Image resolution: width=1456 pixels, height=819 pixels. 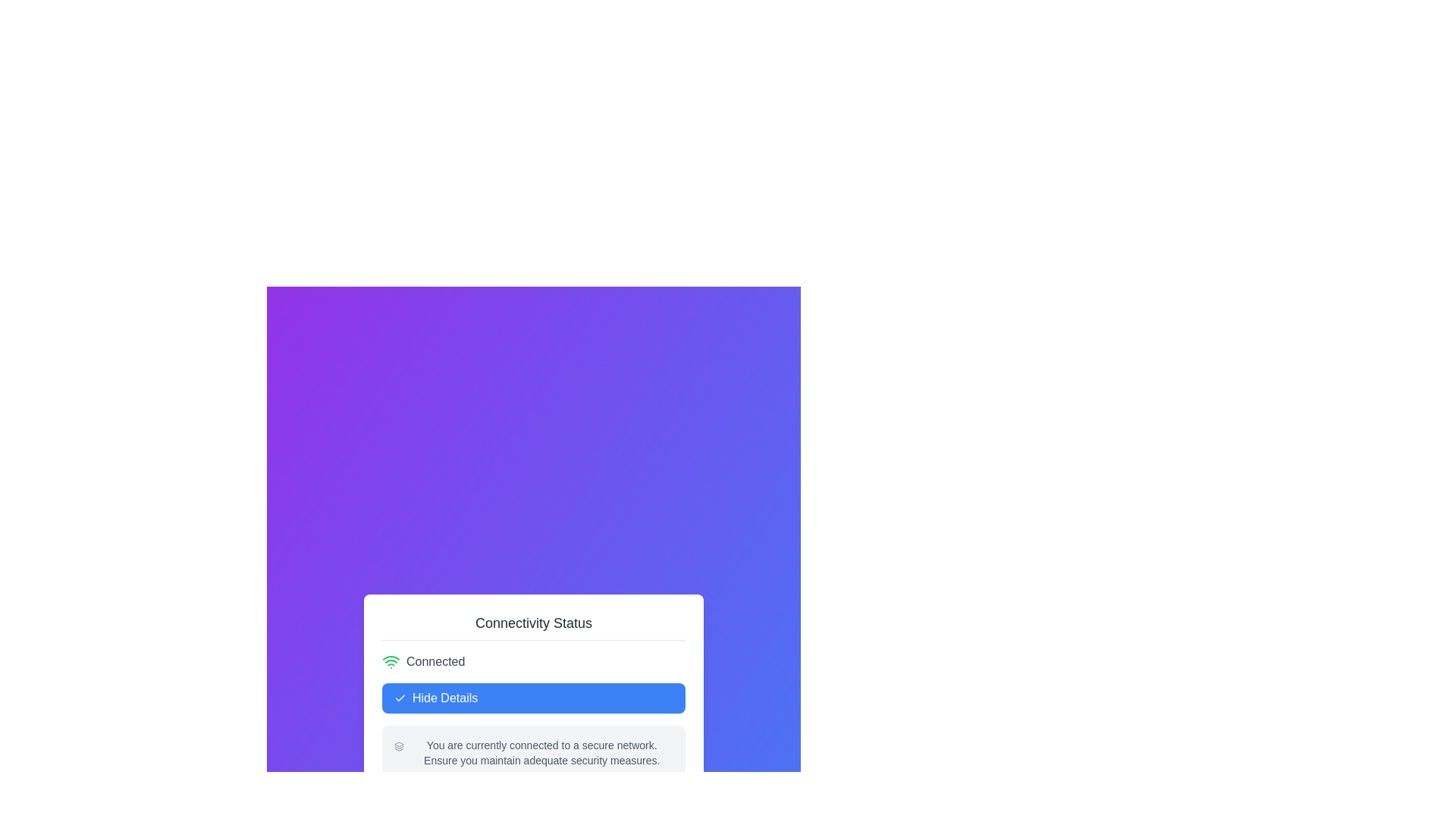 I want to click on static text element displaying the word 'Connected', which is styled in gray and located next to a Wi-Fi icon, so click(x=435, y=661).